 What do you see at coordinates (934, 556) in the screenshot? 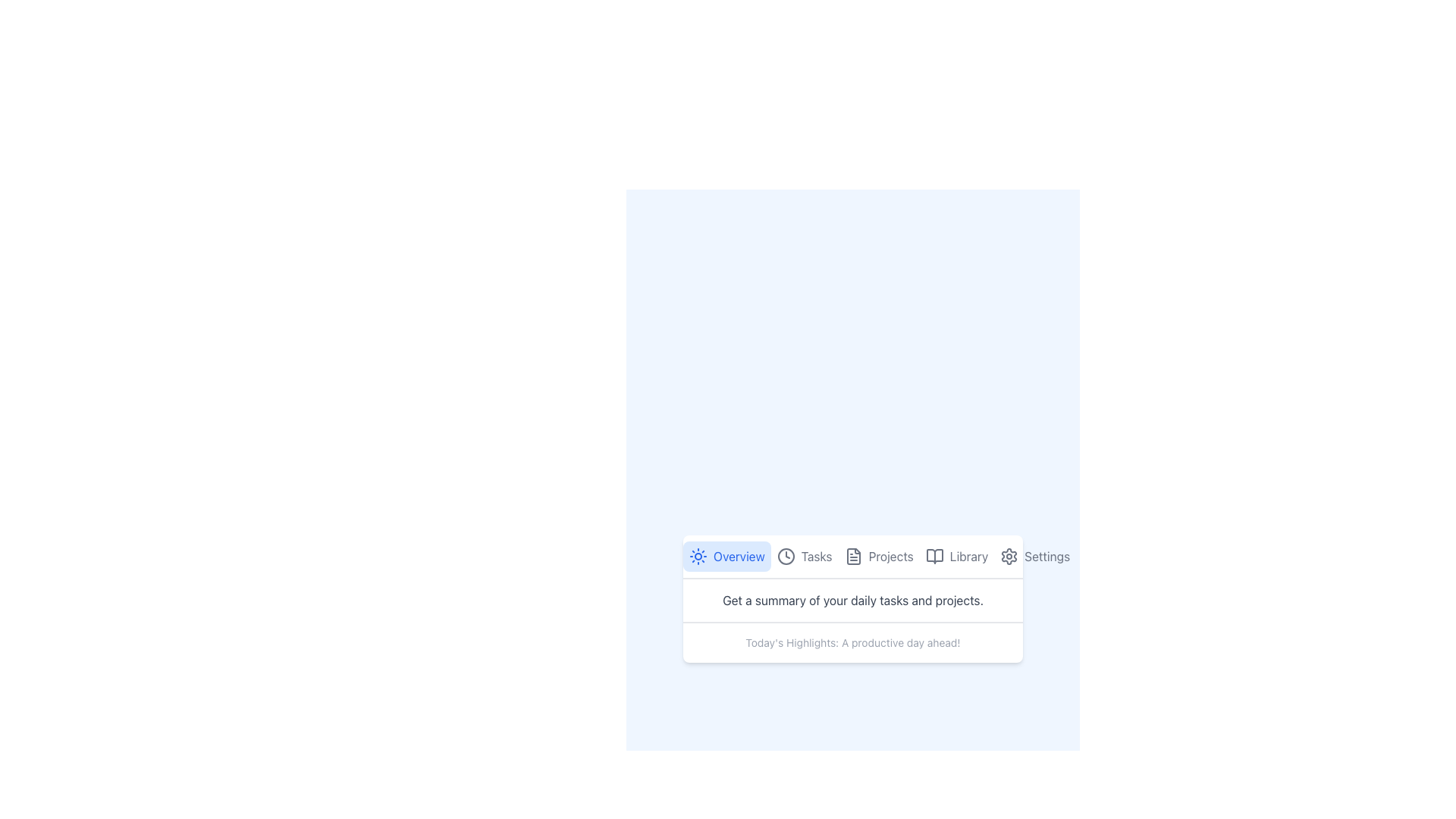
I see `the open book icon that represents the library section in the navigation bar, located directly to the left of the 'Library' label` at bounding box center [934, 556].